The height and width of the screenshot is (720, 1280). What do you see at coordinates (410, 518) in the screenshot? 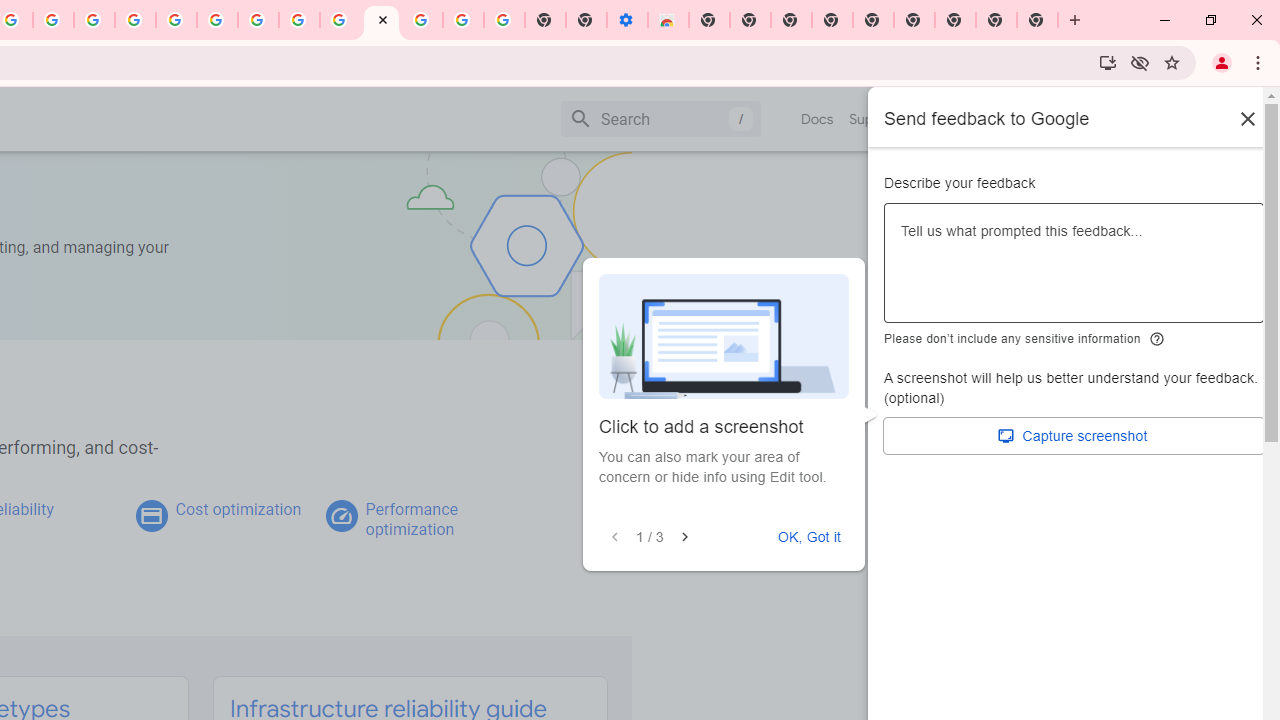
I see `'Performance optimization'` at bounding box center [410, 518].